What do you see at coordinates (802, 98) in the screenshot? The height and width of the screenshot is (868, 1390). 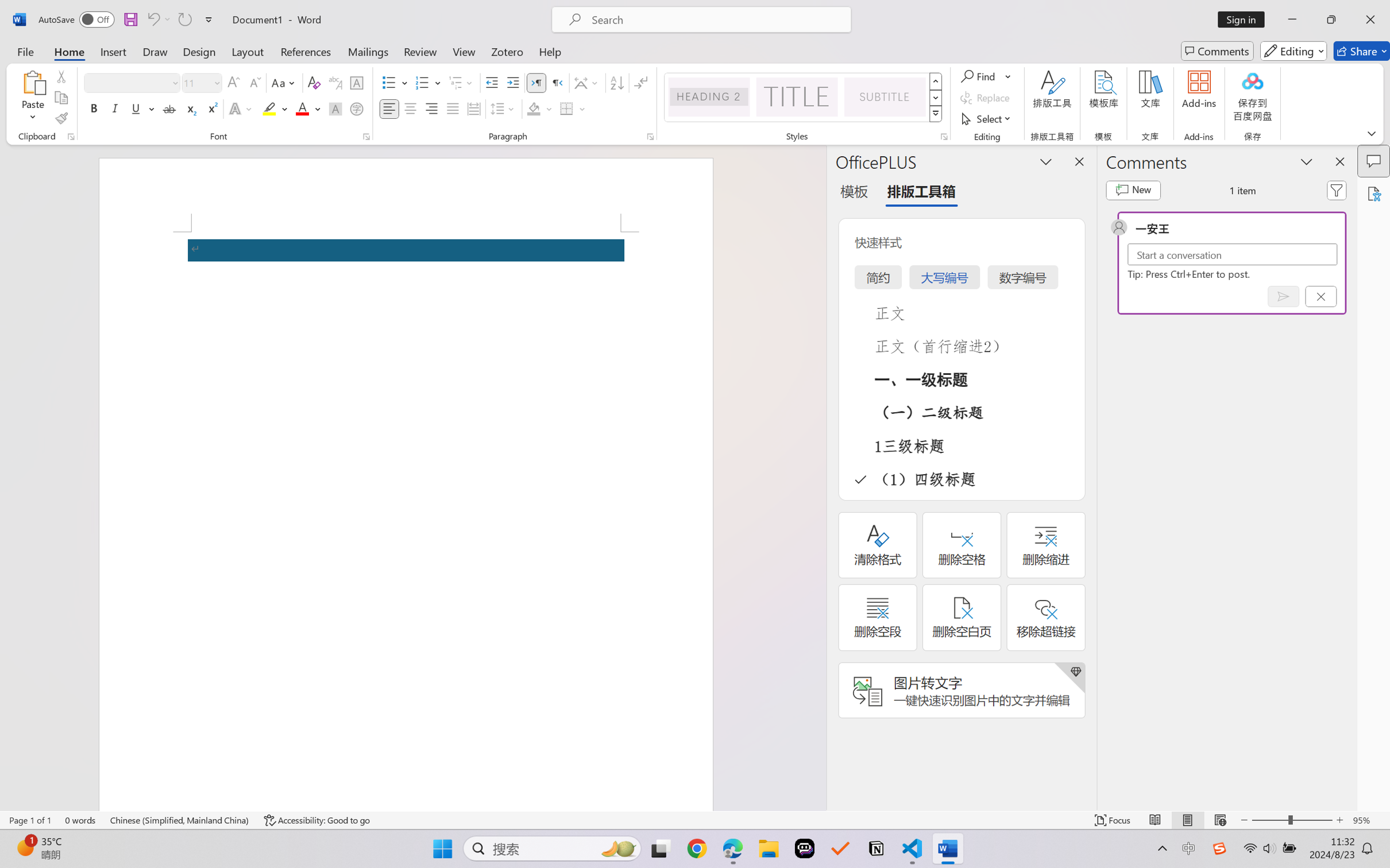 I see `'AutomationID: QuickStylesGallery'` at bounding box center [802, 98].